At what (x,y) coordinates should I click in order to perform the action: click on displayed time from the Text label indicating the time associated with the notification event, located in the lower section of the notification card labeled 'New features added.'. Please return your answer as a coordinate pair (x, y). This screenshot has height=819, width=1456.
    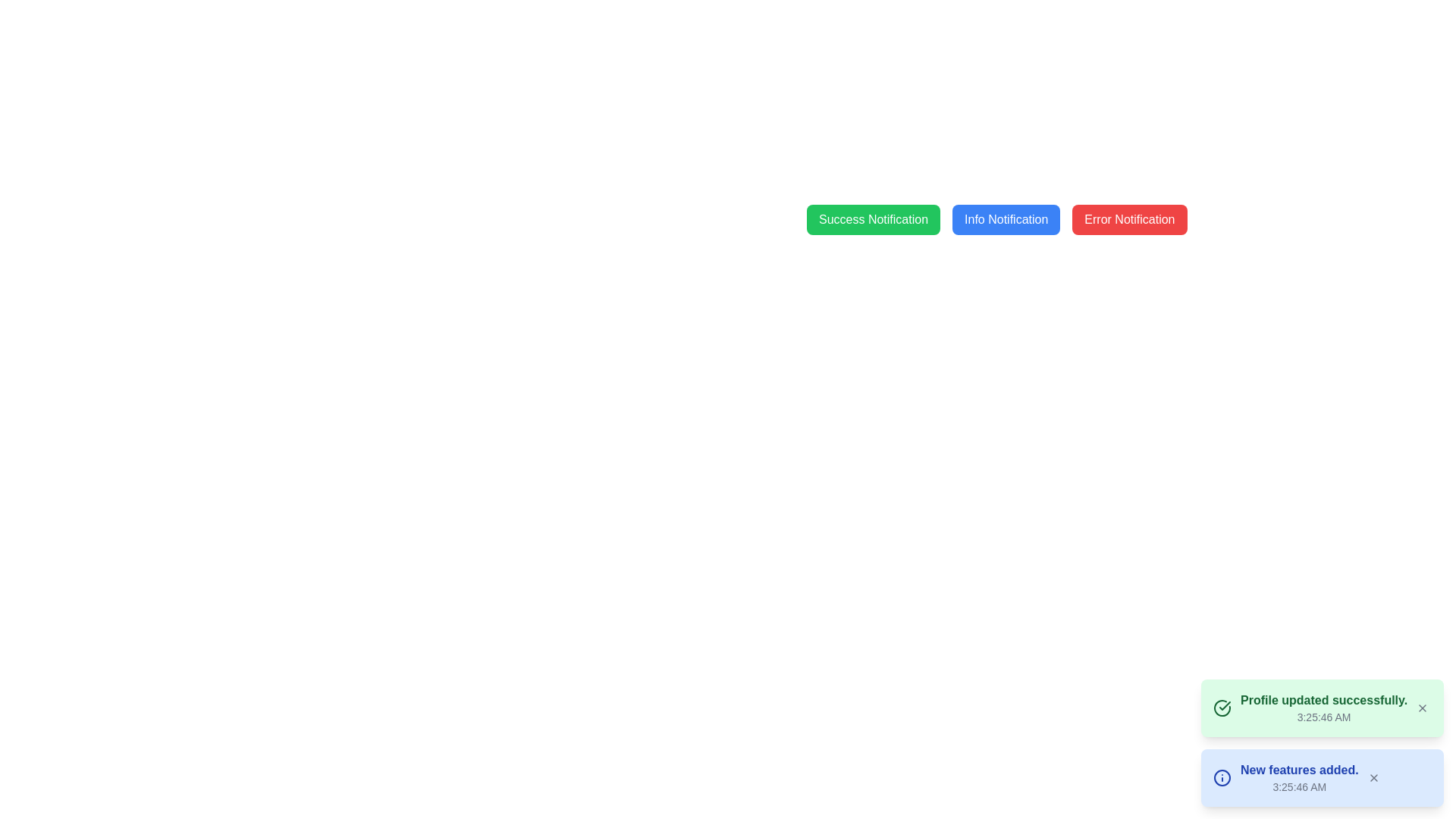
    Looking at the image, I should click on (1298, 786).